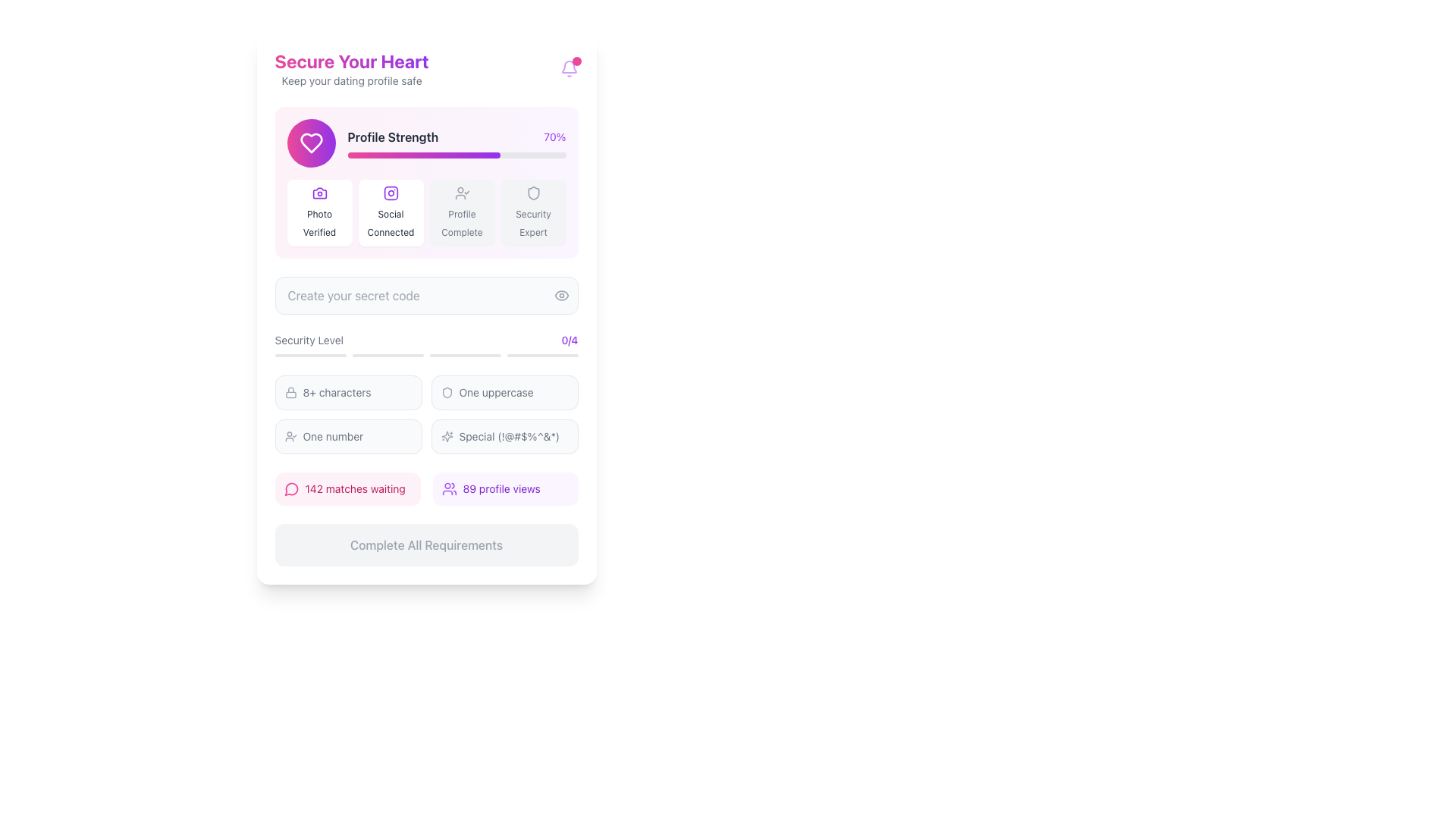 The image size is (1456, 819). I want to click on the heart-shaped icon located near the top left corner of the interface inside a circular pink background, adjacent to the 'Profile Strength' section, so click(310, 143).